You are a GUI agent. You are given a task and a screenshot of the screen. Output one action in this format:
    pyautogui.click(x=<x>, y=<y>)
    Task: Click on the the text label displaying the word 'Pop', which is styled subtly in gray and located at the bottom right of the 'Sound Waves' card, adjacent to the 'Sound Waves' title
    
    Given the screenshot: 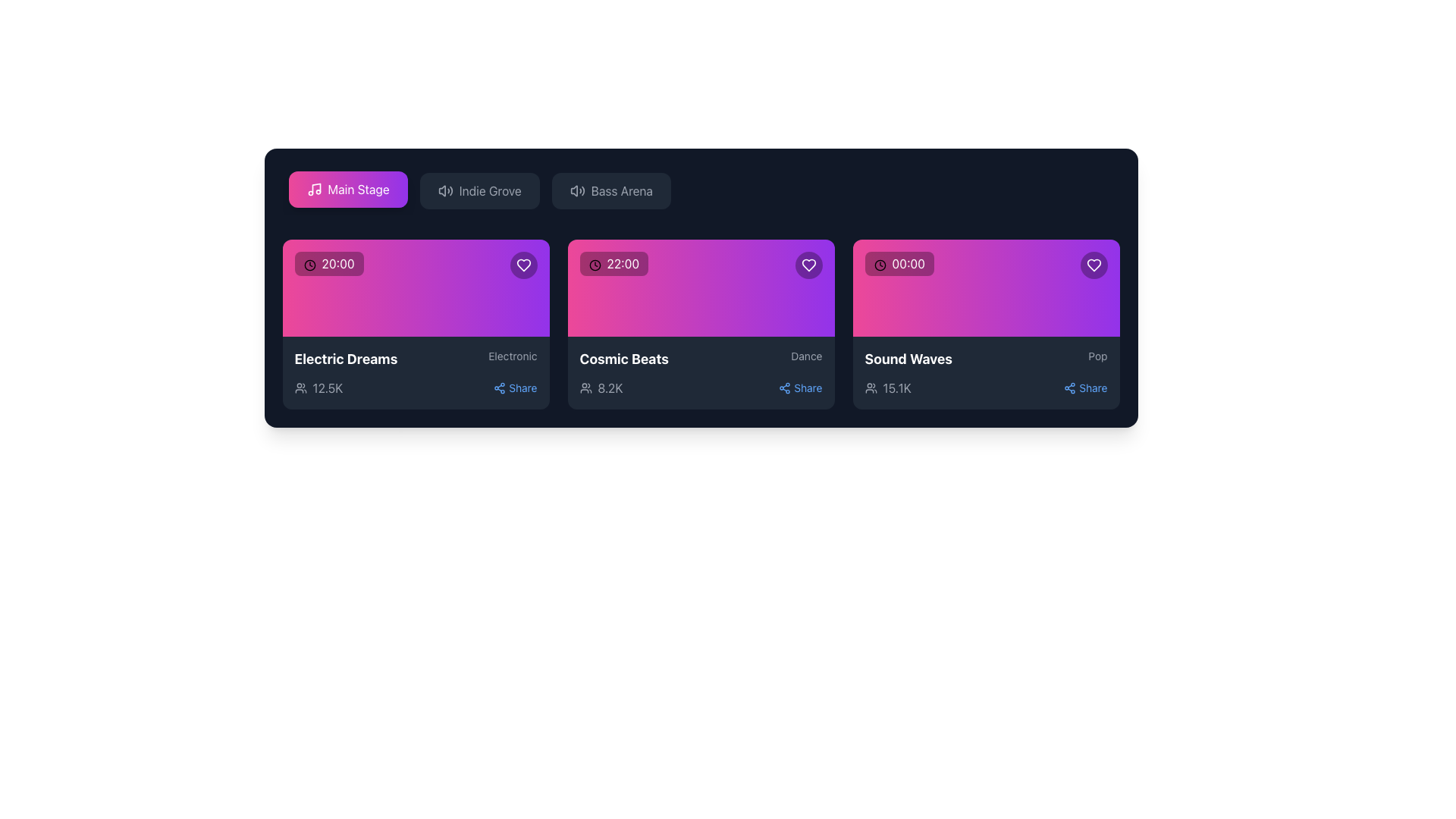 What is the action you would take?
    pyautogui.click(x=1098, y=356)
    